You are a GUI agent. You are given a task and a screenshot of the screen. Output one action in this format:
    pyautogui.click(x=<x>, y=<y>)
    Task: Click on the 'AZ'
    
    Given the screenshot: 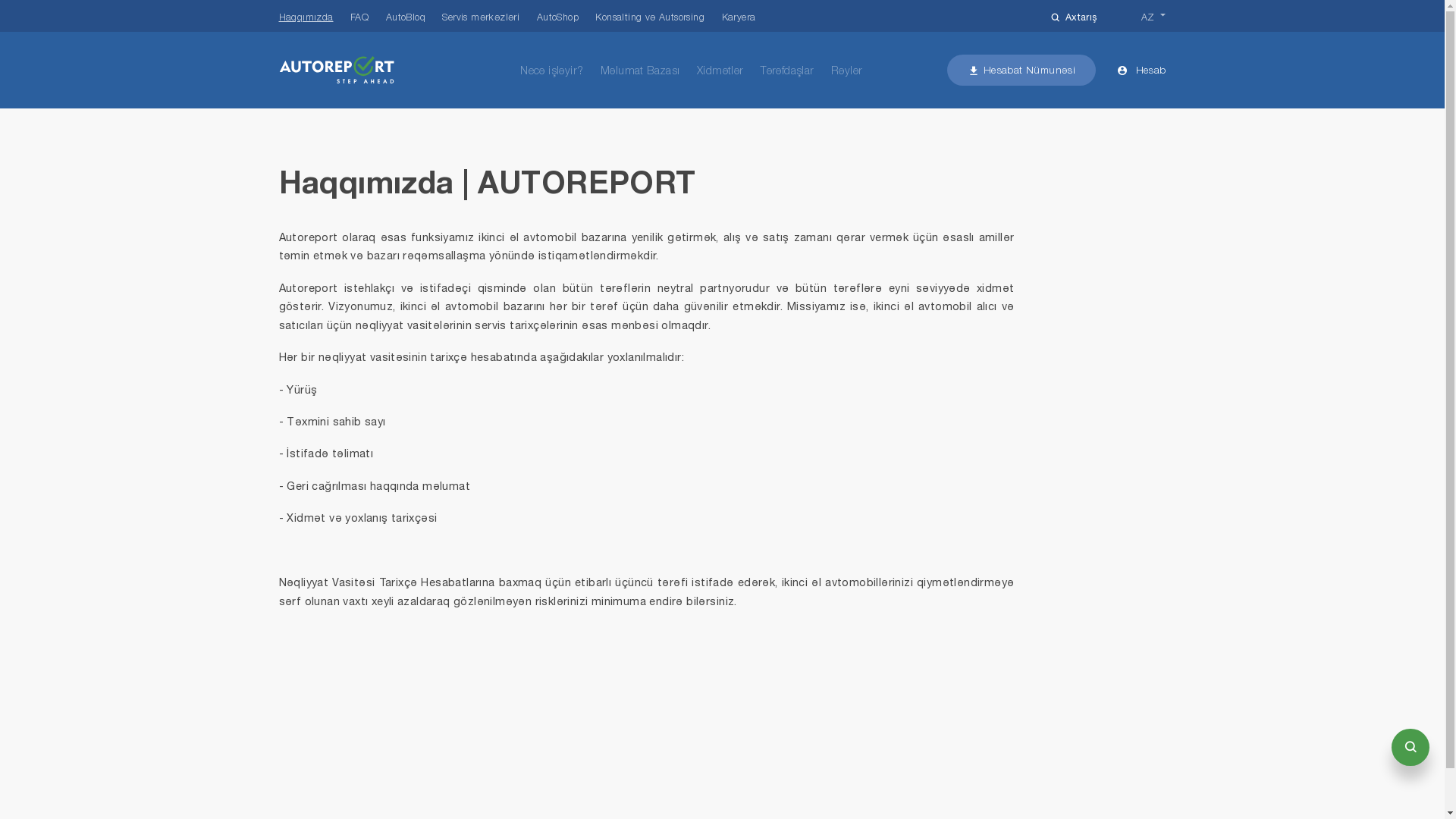 What is the action you would take?
    pyautogui.click(x=1153, y=17)
    